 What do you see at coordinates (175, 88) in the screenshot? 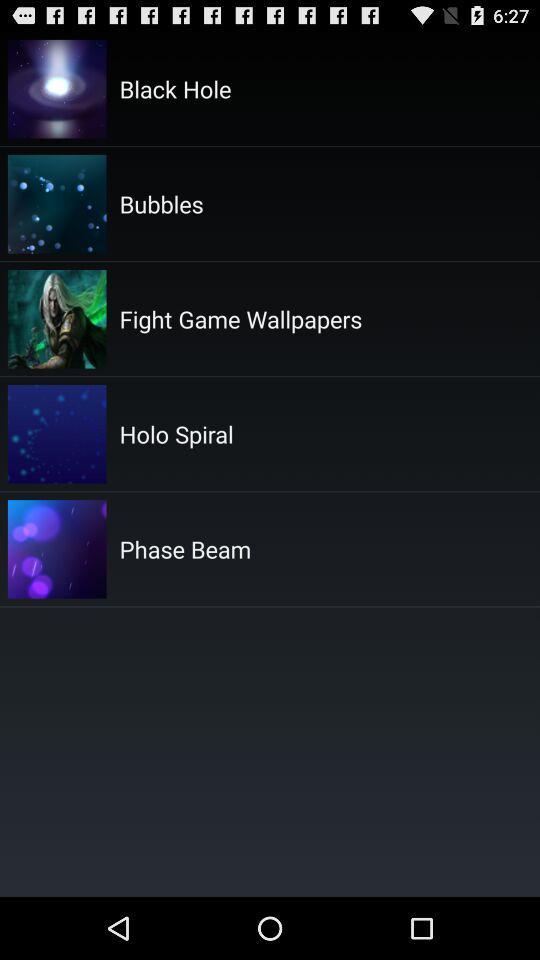
I see `the icon above the bubbles icon` at bounding box center [175, 88].